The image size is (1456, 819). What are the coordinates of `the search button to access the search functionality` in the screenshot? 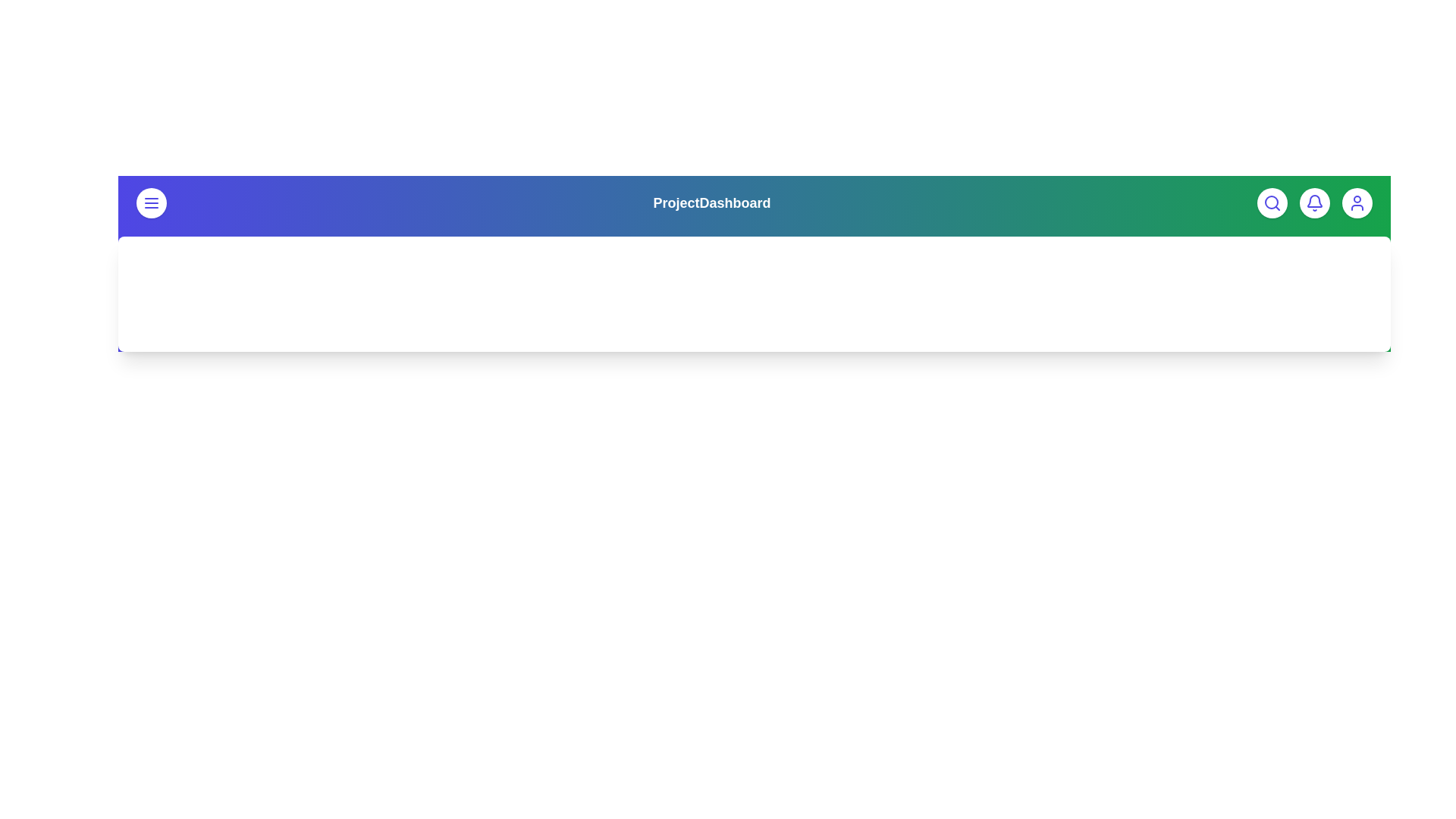 It's located at (1272, 202).